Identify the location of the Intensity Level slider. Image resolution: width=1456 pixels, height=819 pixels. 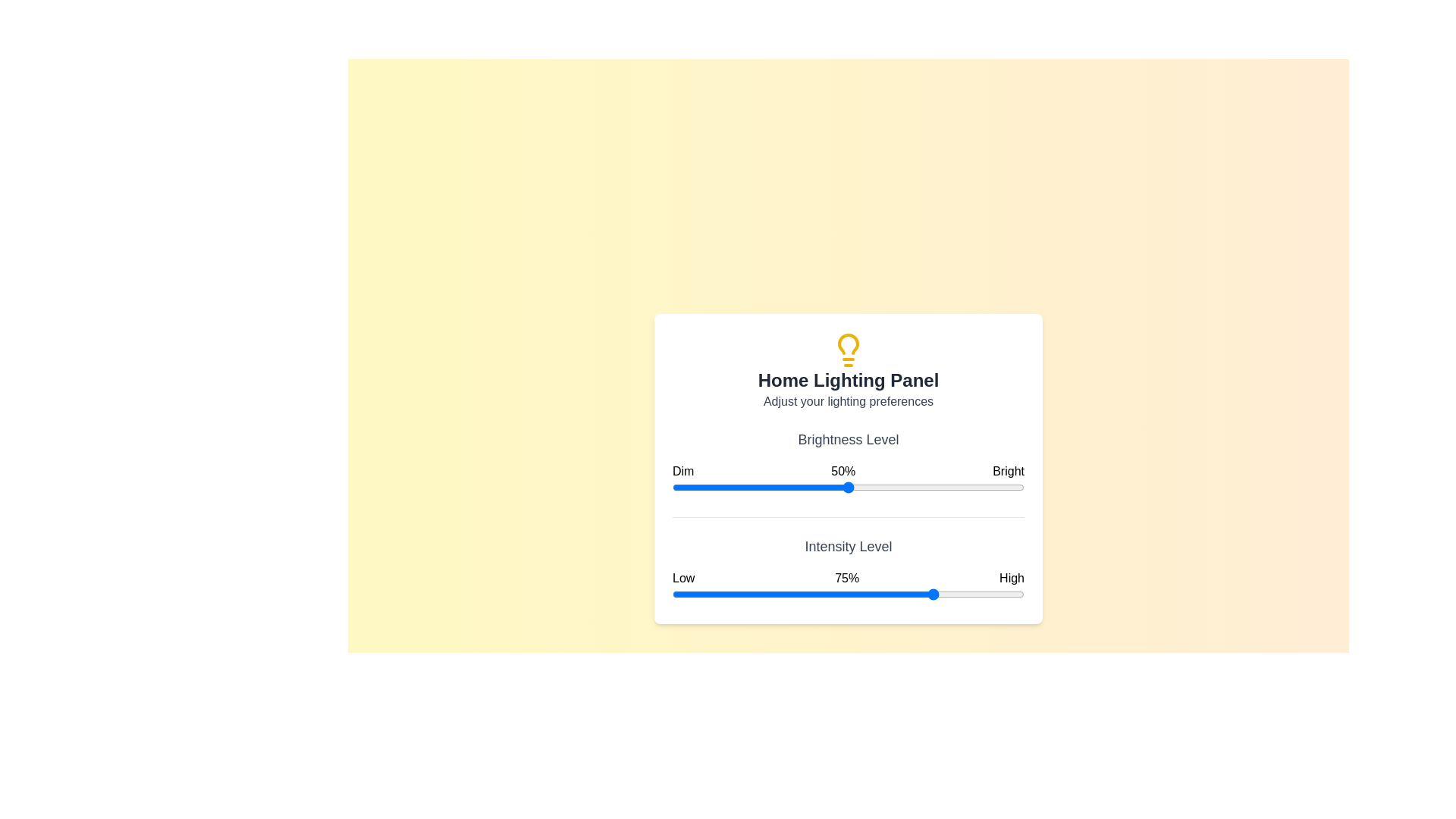
(679, 593).